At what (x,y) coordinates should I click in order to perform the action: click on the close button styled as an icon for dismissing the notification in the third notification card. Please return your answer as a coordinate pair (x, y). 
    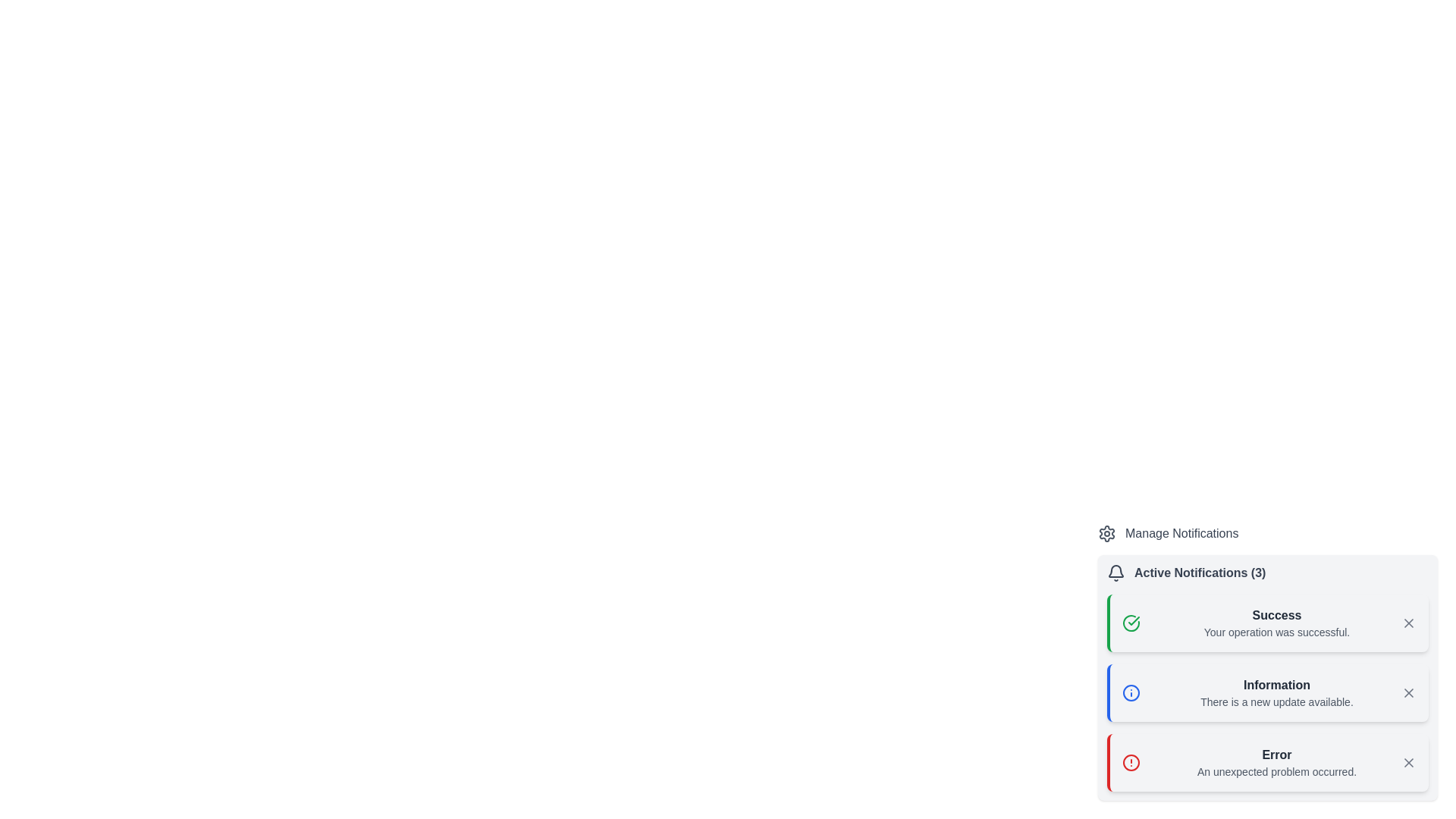
    Looking at the image, I should click on (1407, 693).